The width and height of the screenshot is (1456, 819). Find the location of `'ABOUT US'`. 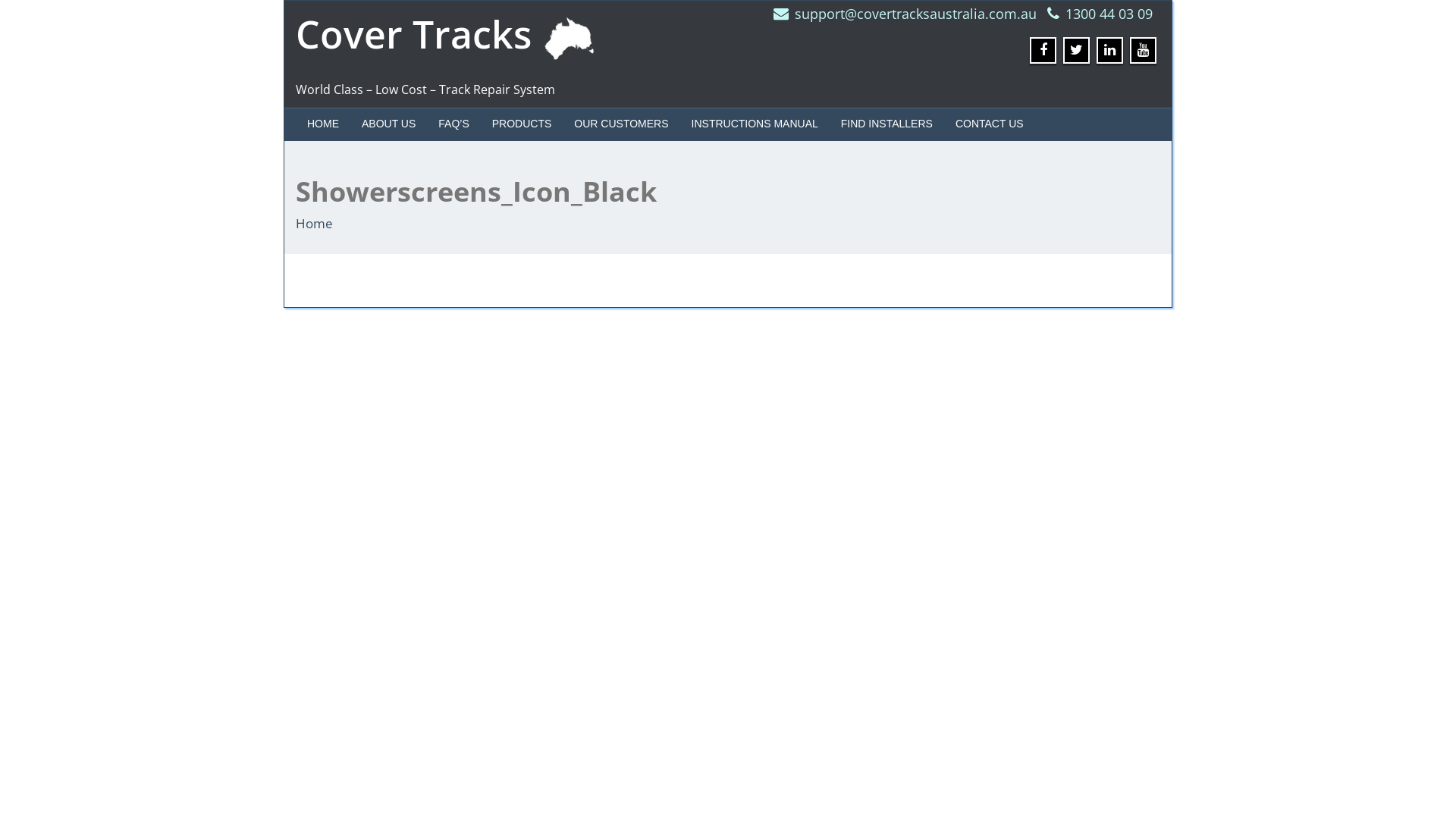

'ABOUT US' is located at coordinates (388, 122).